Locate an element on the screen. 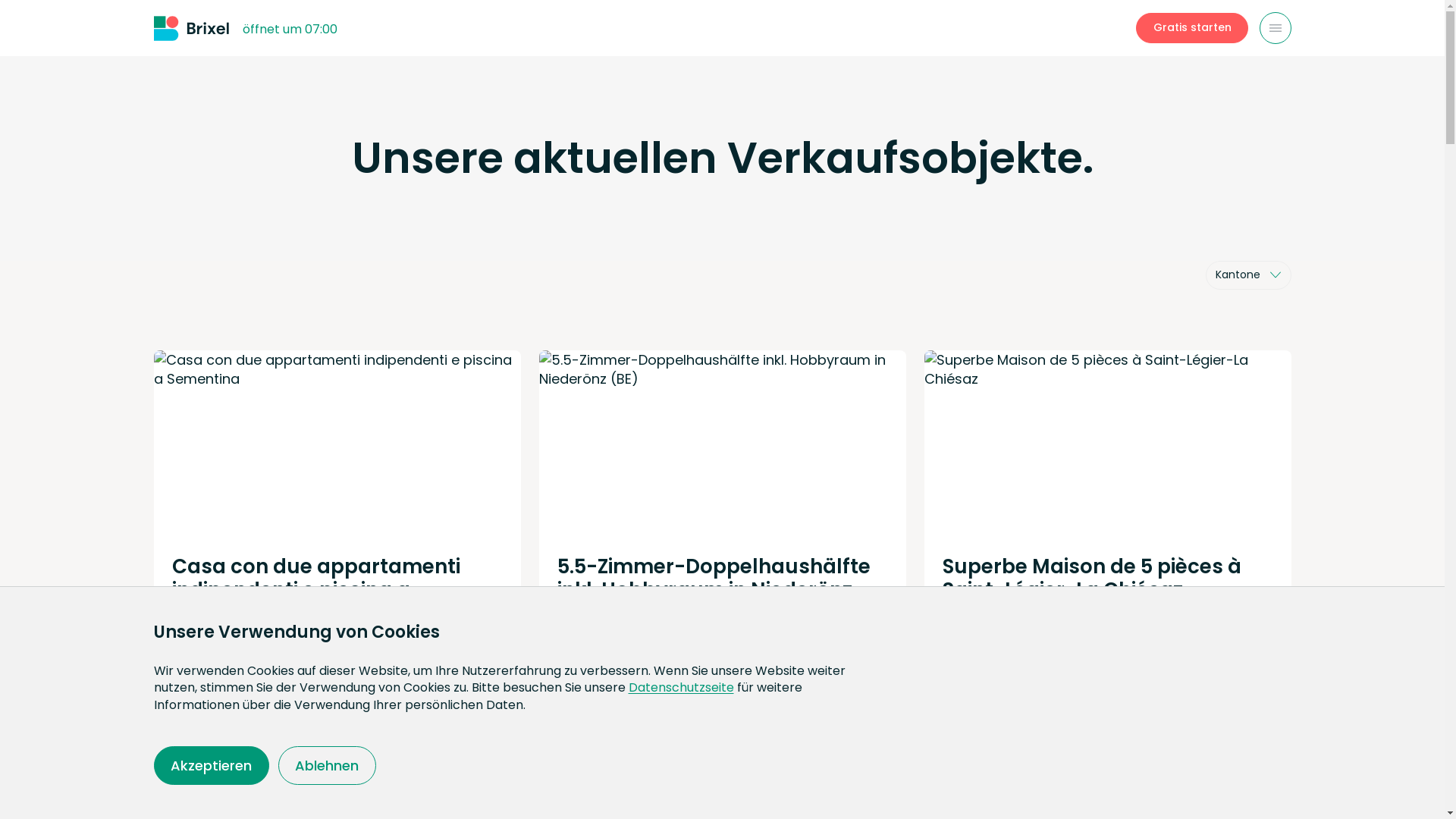 Image resolution: width=1456 pixels, height=819 pixels. 'Gratis starten' is located at coordinates (1191, 28).